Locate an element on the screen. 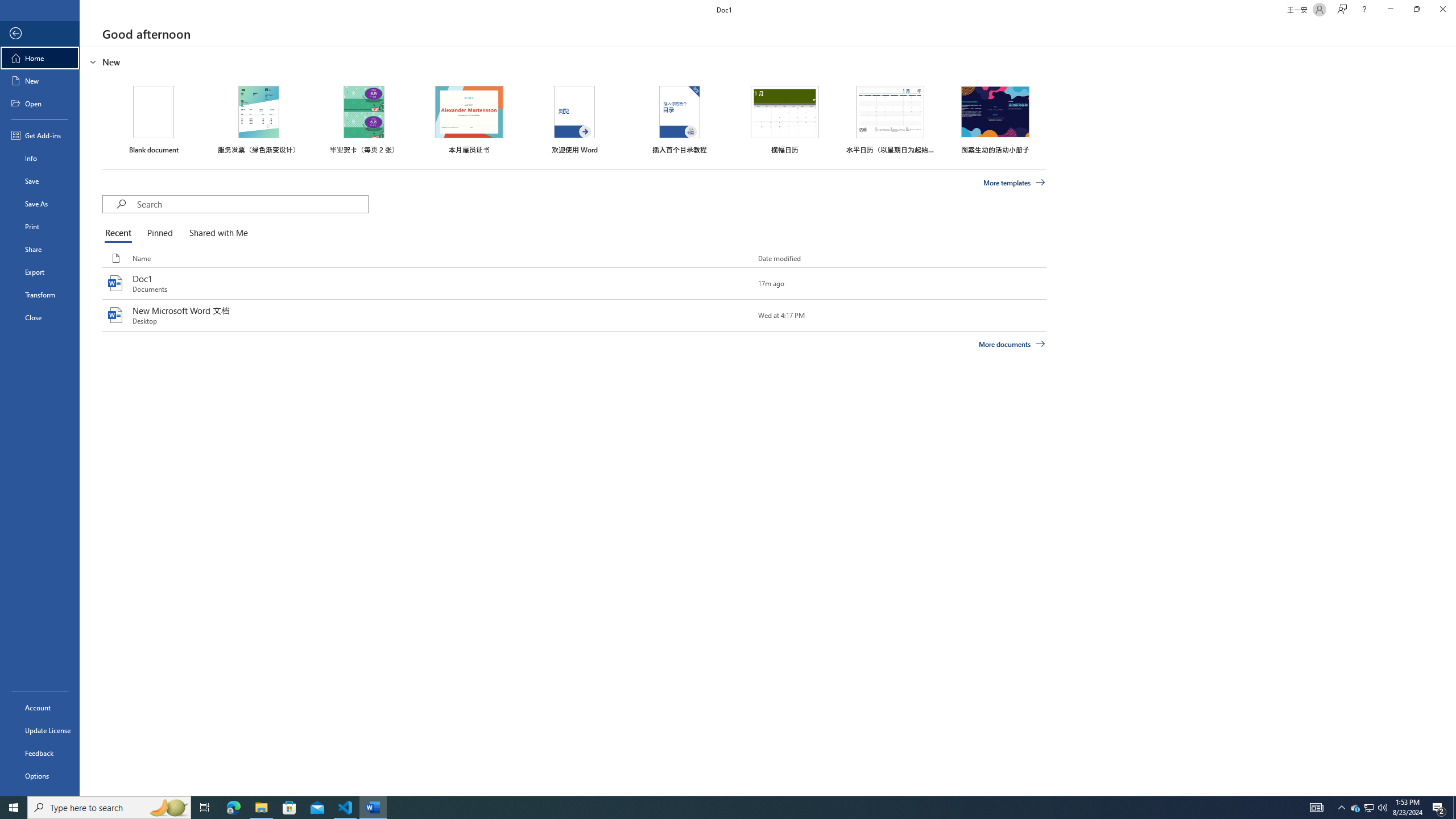 The image size is (1456, 819). 'Options' is located at coordinates (39, 775).